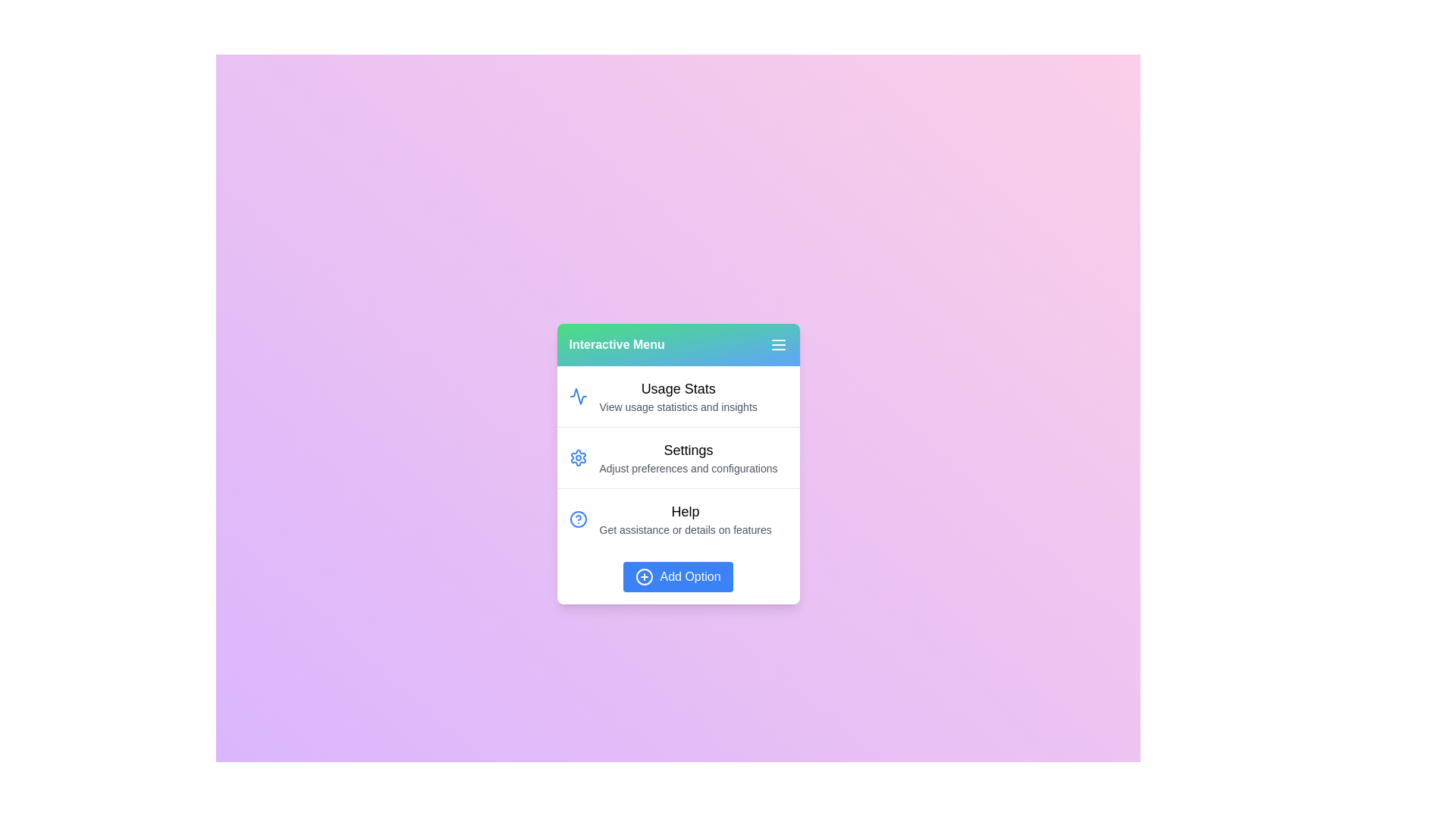 The image size is (1456, 819). Describe the element at coordinates (677, 345) in the screenshot. I see `the header of the menu to toggle its visibility` at that location.